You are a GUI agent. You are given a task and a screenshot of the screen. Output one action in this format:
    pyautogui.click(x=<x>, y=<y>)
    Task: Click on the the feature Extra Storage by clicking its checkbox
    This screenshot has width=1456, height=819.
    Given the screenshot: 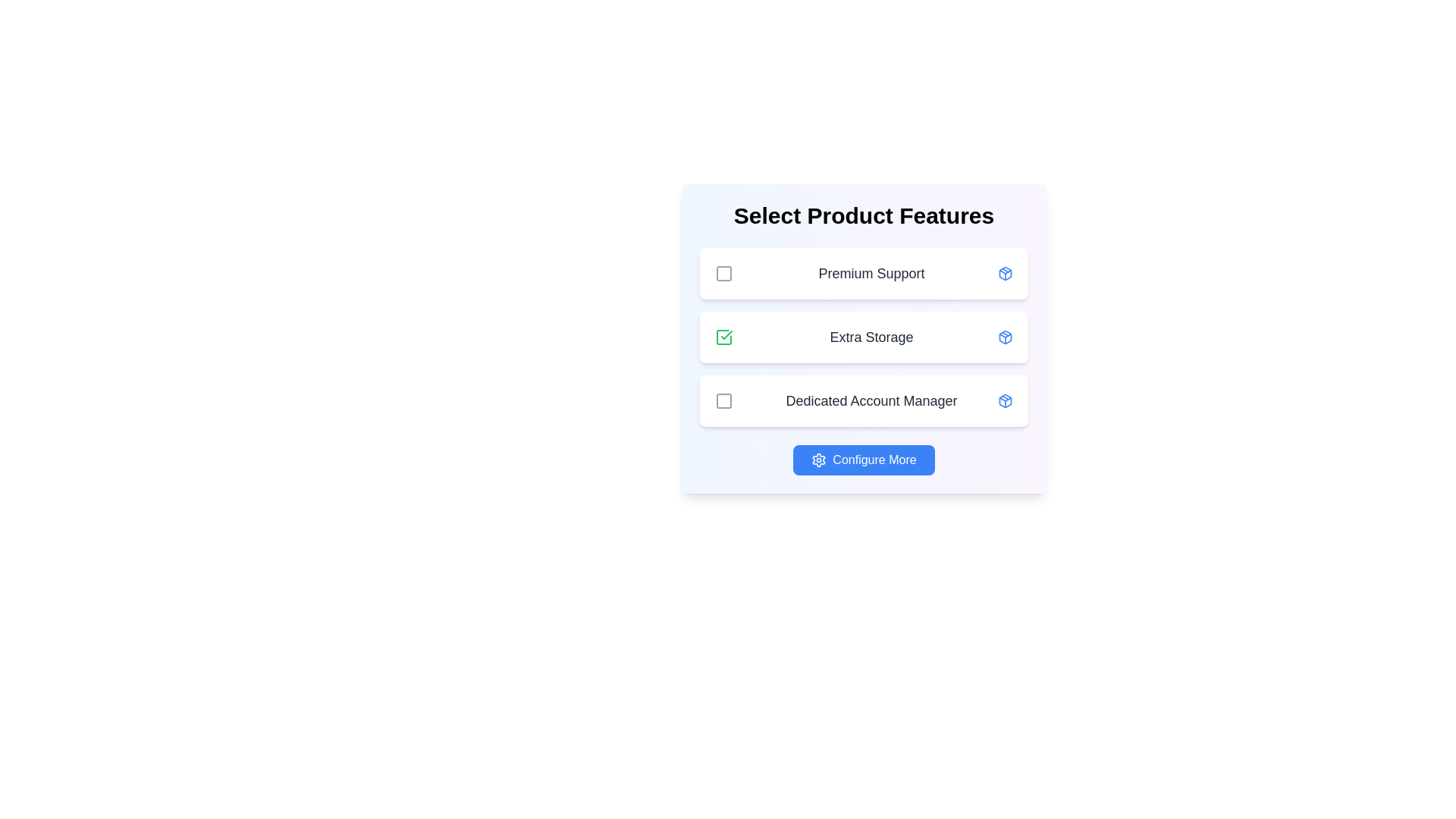 What is the action you would take?
    pyautogui.click(x=723, y=336)
    